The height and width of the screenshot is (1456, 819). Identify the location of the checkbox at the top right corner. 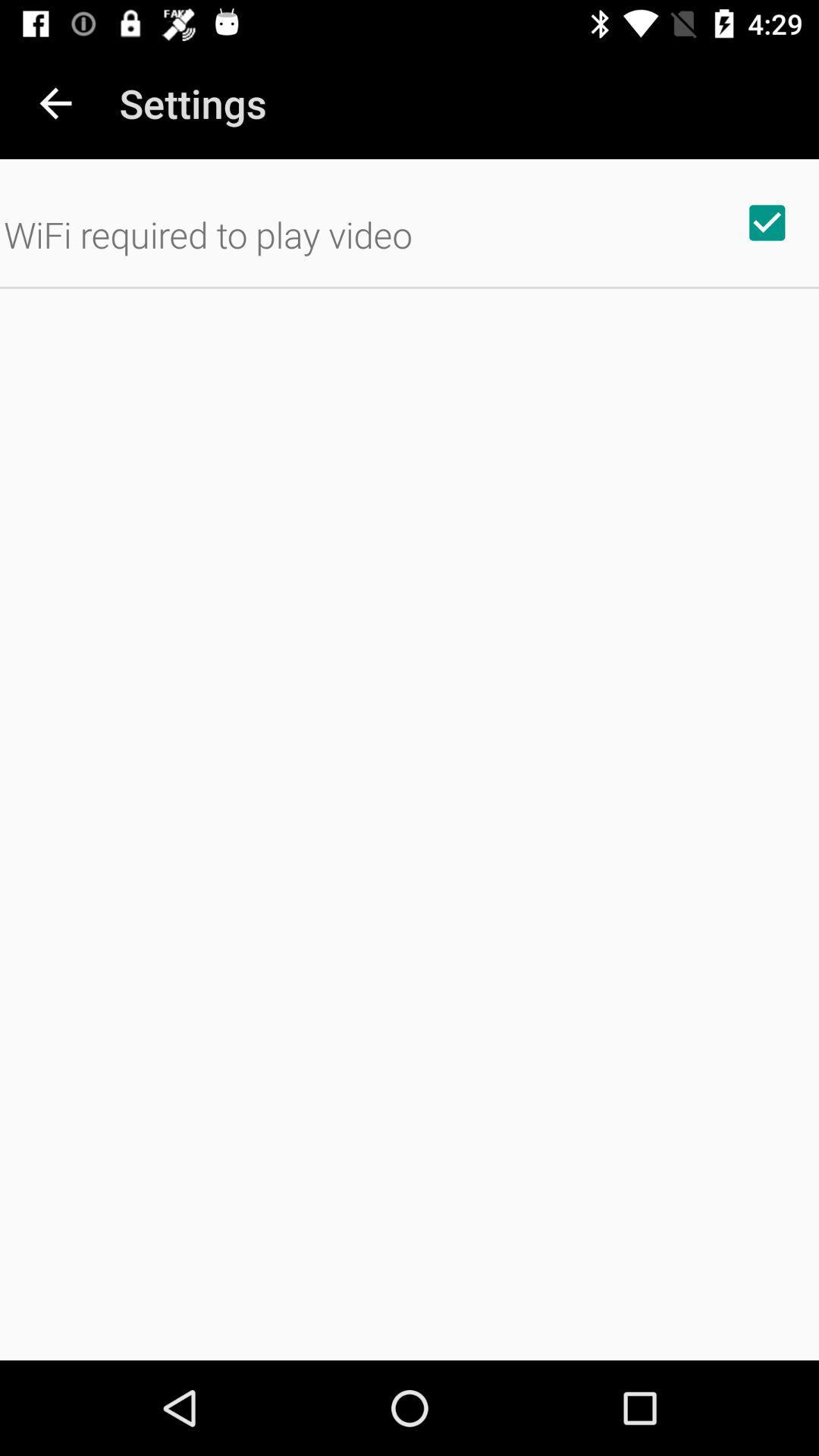
(767, 221).